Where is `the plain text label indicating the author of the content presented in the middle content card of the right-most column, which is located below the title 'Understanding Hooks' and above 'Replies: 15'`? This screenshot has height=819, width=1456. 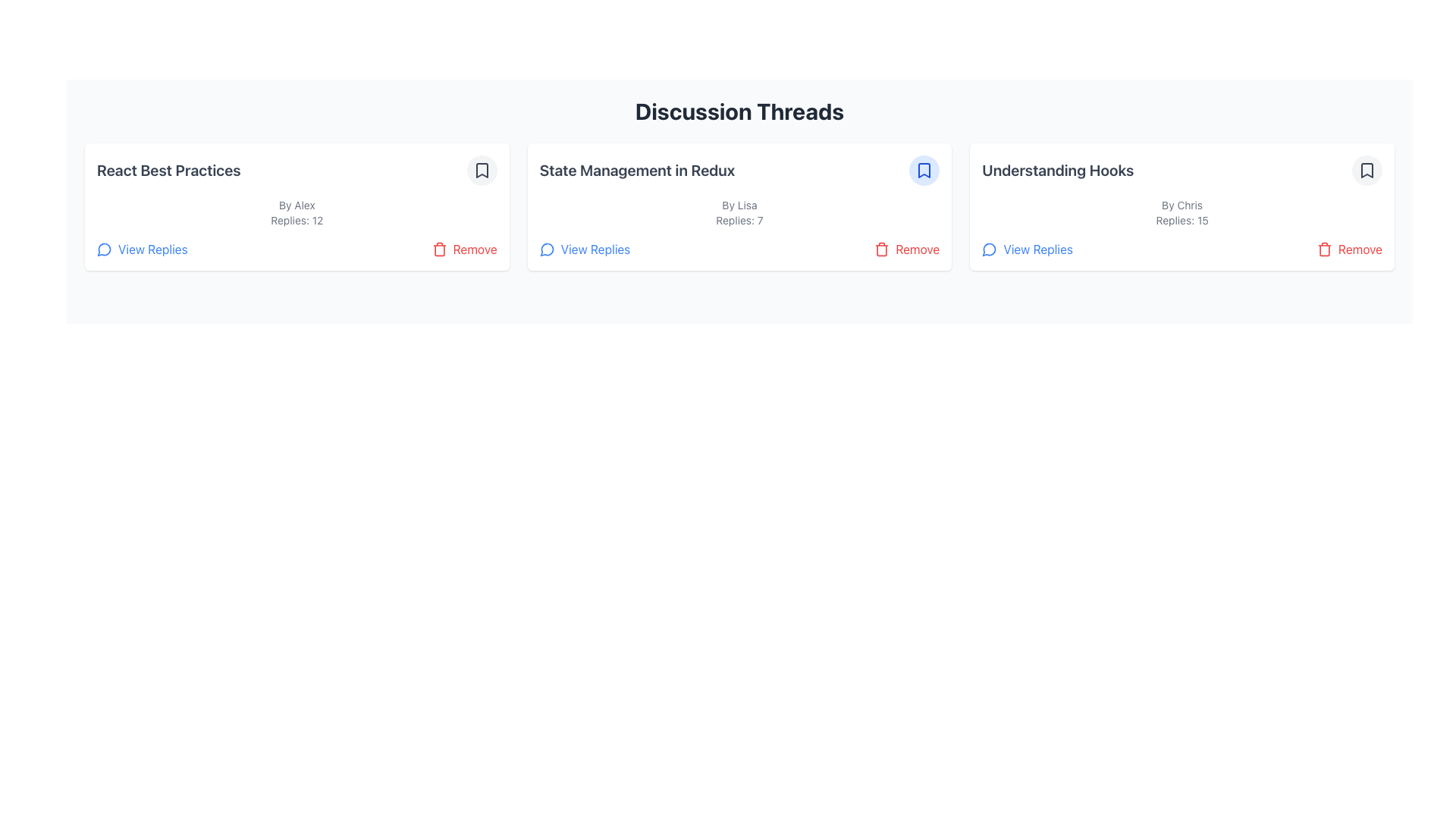 the plain text label indicating the author of the content presented in the middle content card of the right-most column, which is located below the title 'Understanding Hooks' and above 'Replies: 15' is located at coordinates (1181, 205).